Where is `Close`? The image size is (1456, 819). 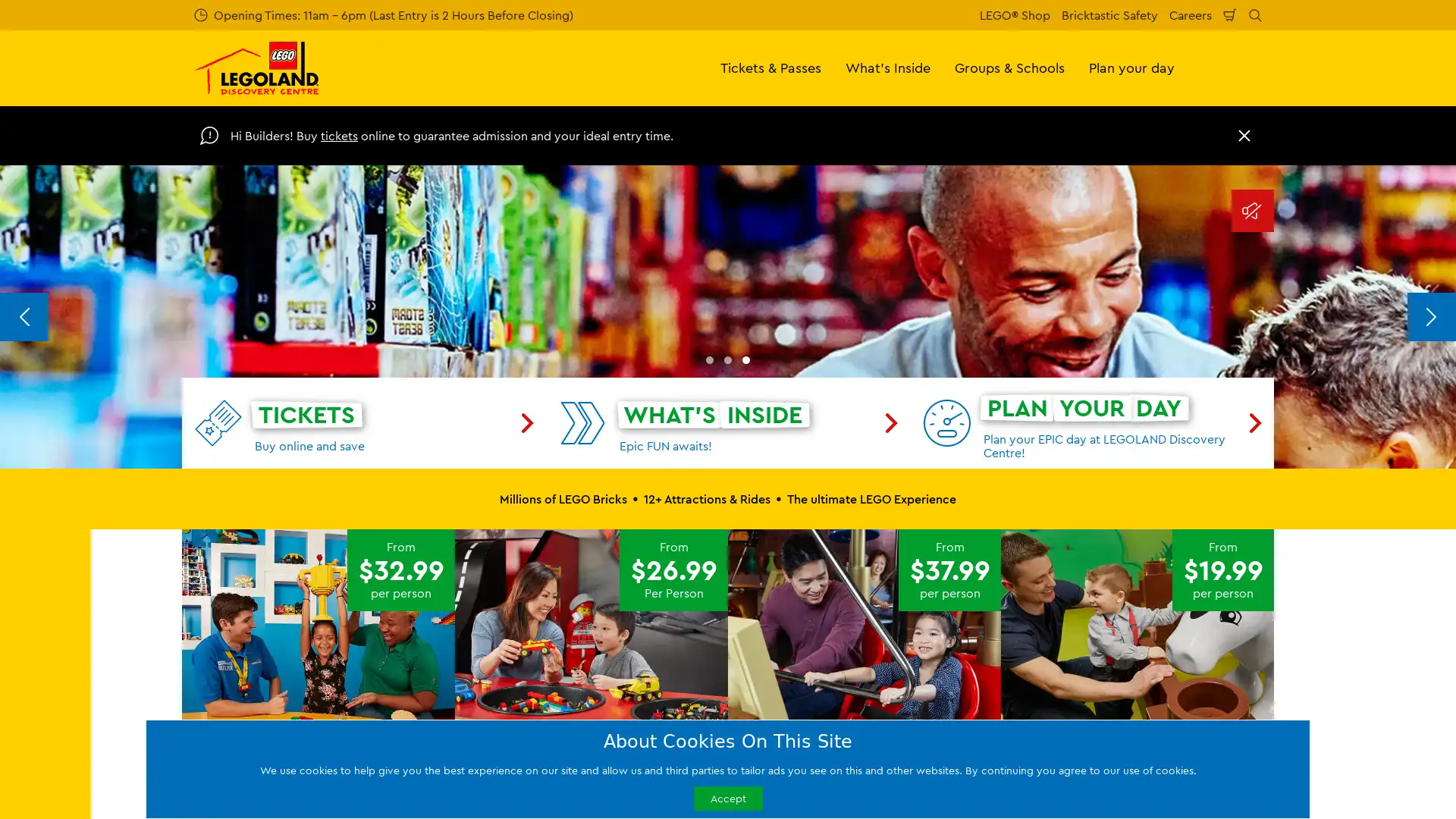 Close is located at coordinates (1244, 134).